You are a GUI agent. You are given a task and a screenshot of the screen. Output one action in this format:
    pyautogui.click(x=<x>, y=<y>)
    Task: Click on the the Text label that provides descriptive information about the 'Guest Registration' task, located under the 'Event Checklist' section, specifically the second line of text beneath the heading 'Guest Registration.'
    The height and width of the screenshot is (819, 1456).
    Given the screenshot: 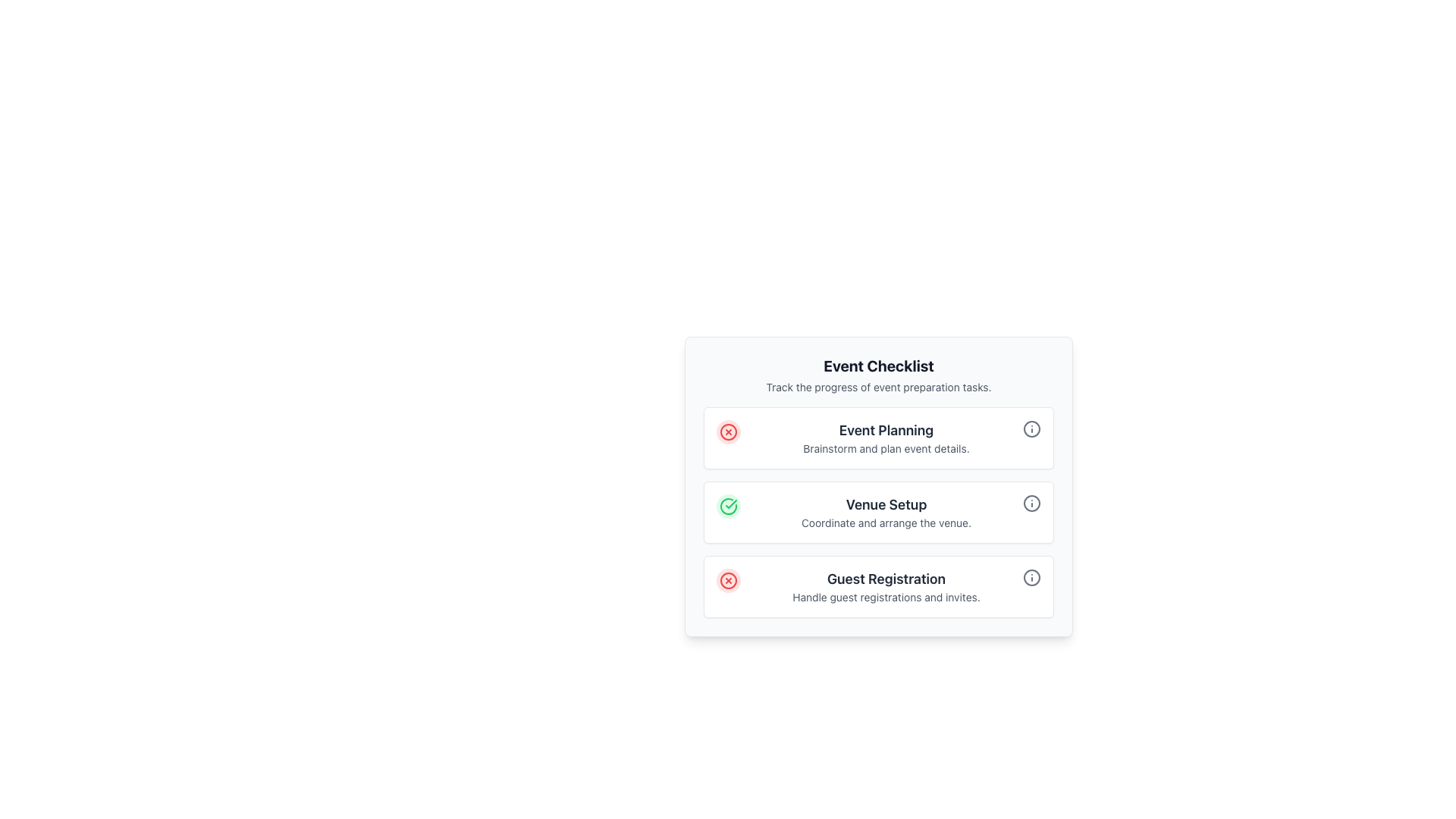 What is the action you would take?
    pyautogui.click(x=886, y=596)
    